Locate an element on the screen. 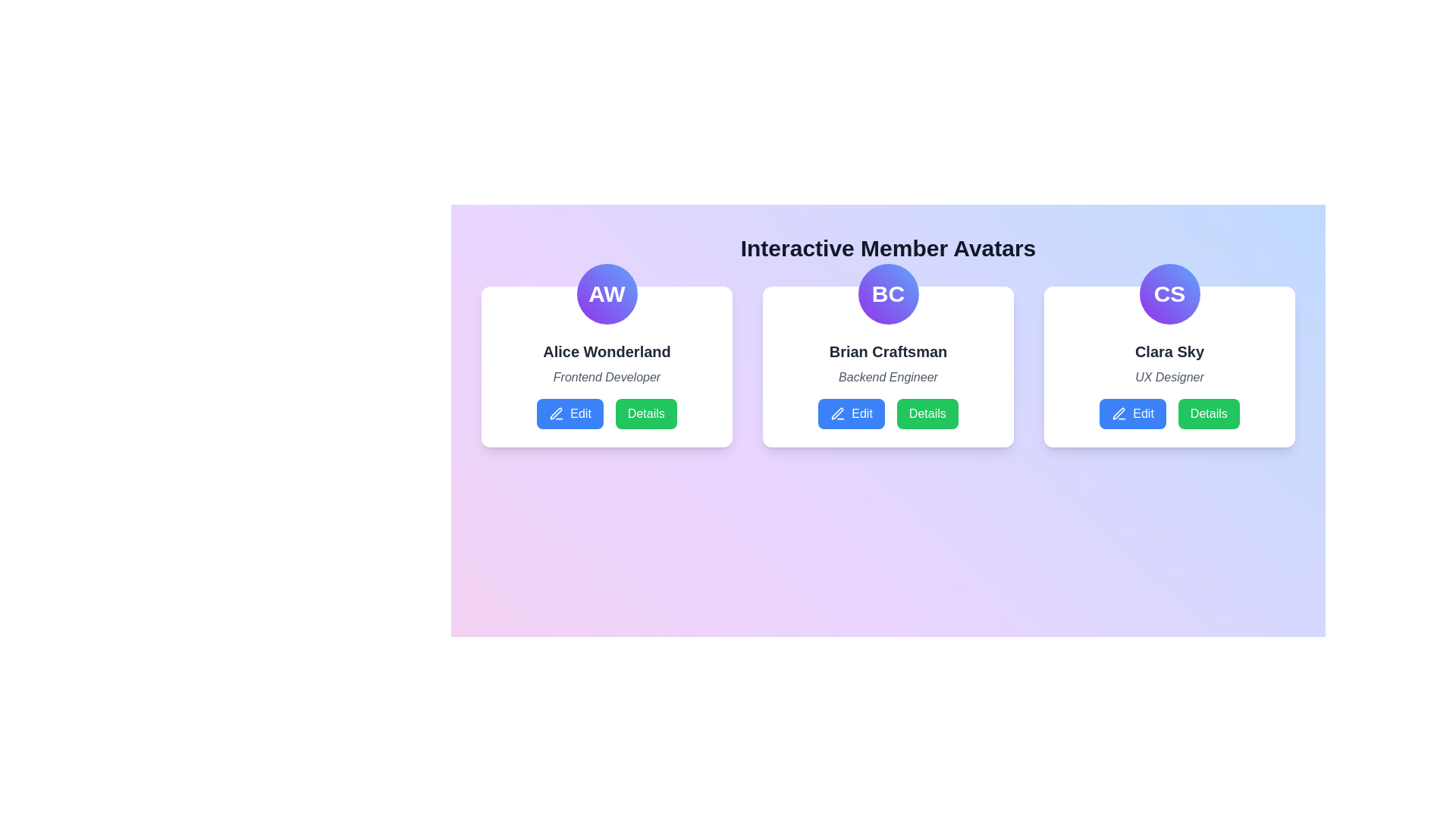 The width and height of the screenshot is (1456, 819). the circular Avatar Badge containing the text 'CS' in bold, white letters, which is positioned above the card for 'Clara Sky,' the UX Designer is located at coordinates (1169, 294).